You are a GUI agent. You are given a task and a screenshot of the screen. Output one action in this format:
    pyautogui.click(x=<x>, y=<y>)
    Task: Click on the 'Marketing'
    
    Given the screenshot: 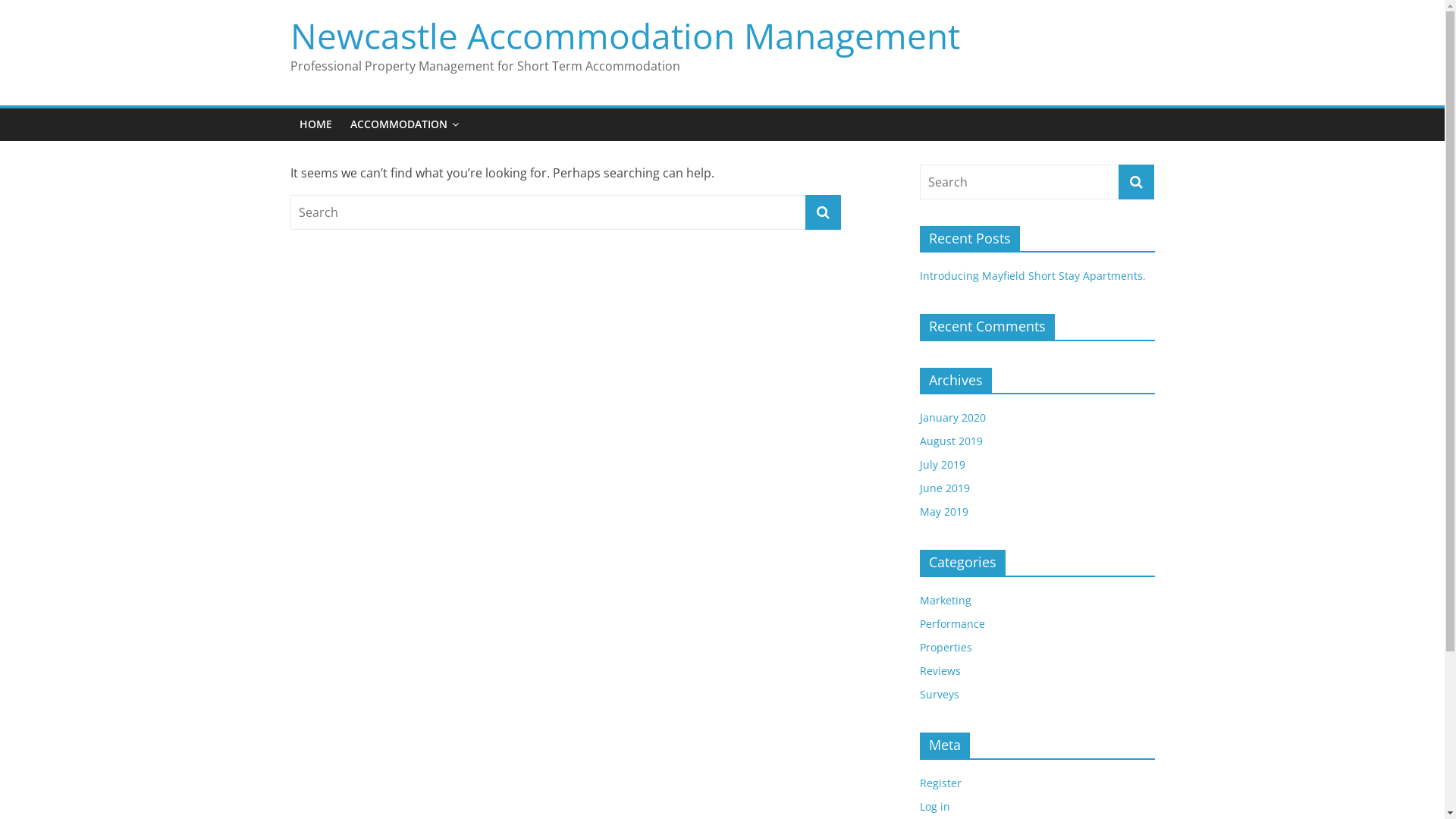 What is the action you would take?
    pyautogui.click(x=944, y=599)
    